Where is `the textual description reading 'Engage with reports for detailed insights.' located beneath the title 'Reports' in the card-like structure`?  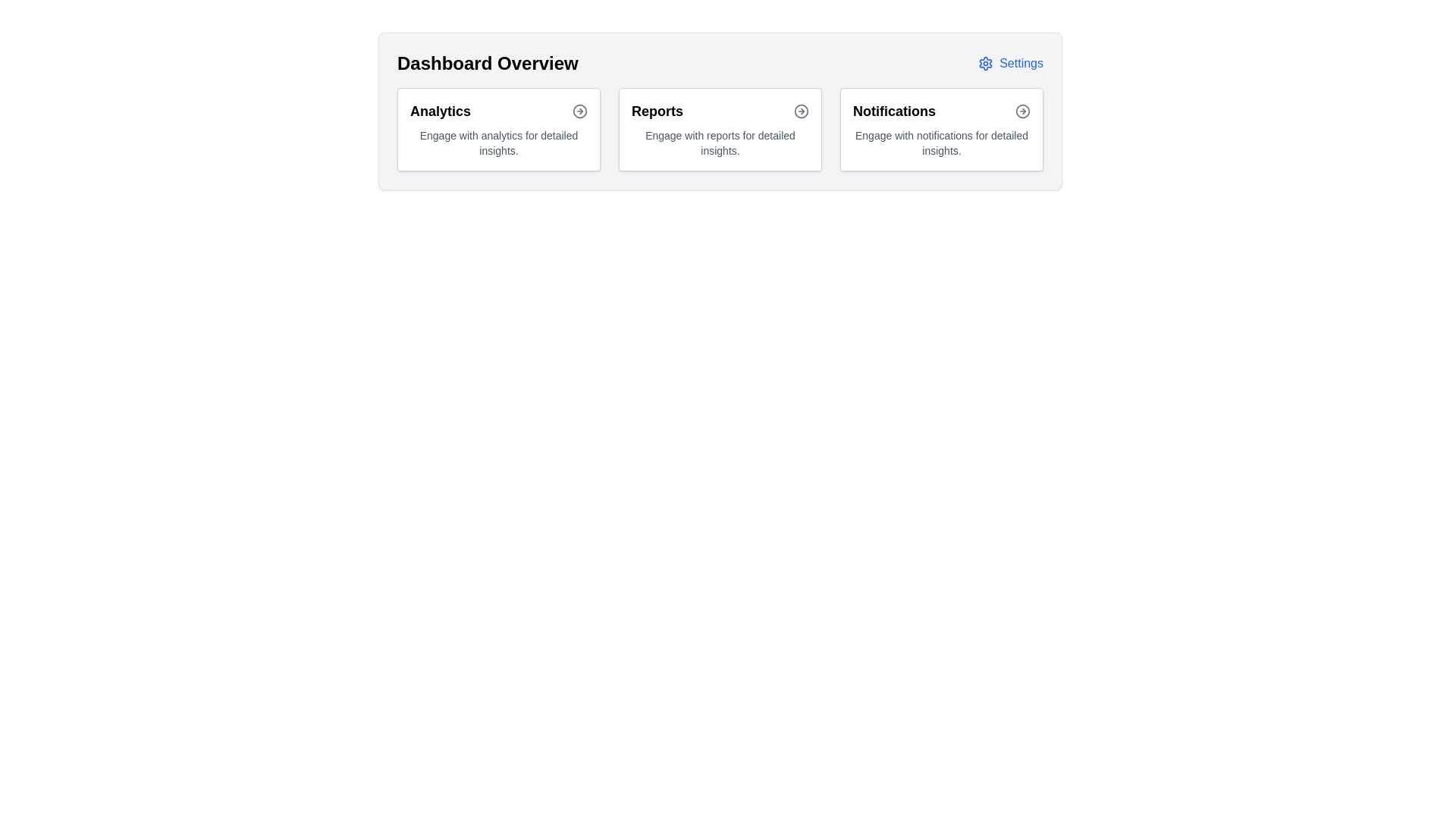 the textual description reading 'Engage with reports for detailed insights.' located beneath the title 'Reports' in the card-like structure is located at coordinates (720, 143).